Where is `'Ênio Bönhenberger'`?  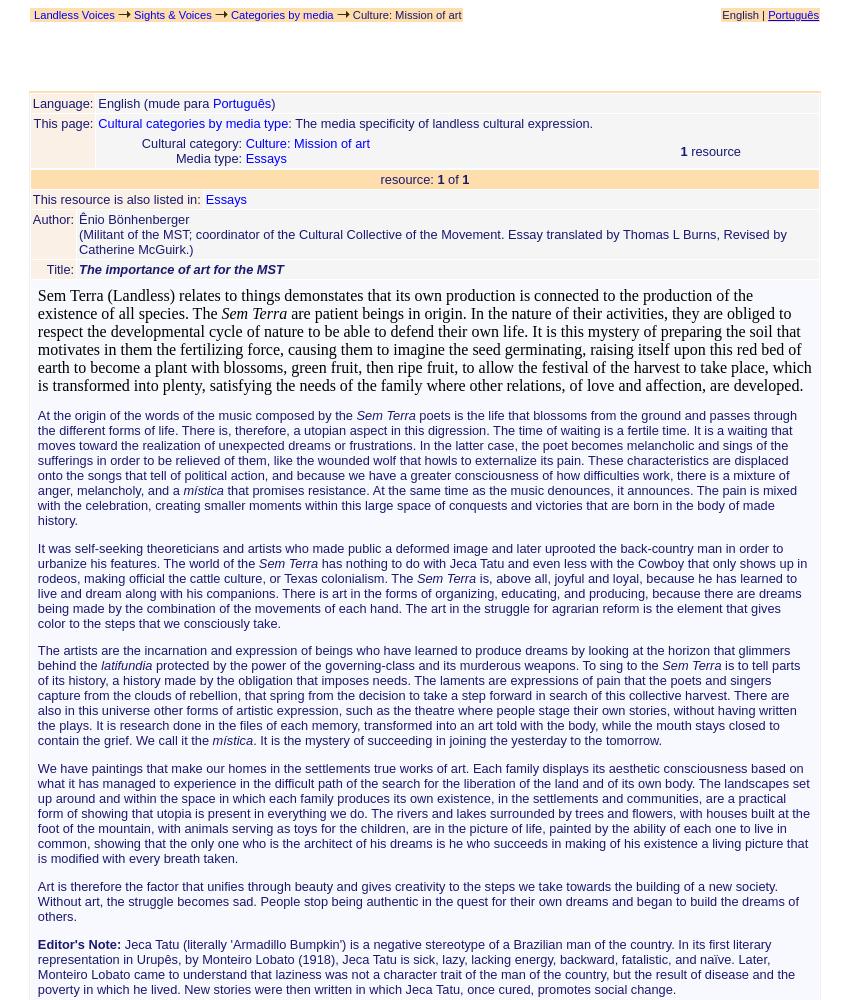
'Ênio Bönhenberger' is located at coordinates (78, 218).